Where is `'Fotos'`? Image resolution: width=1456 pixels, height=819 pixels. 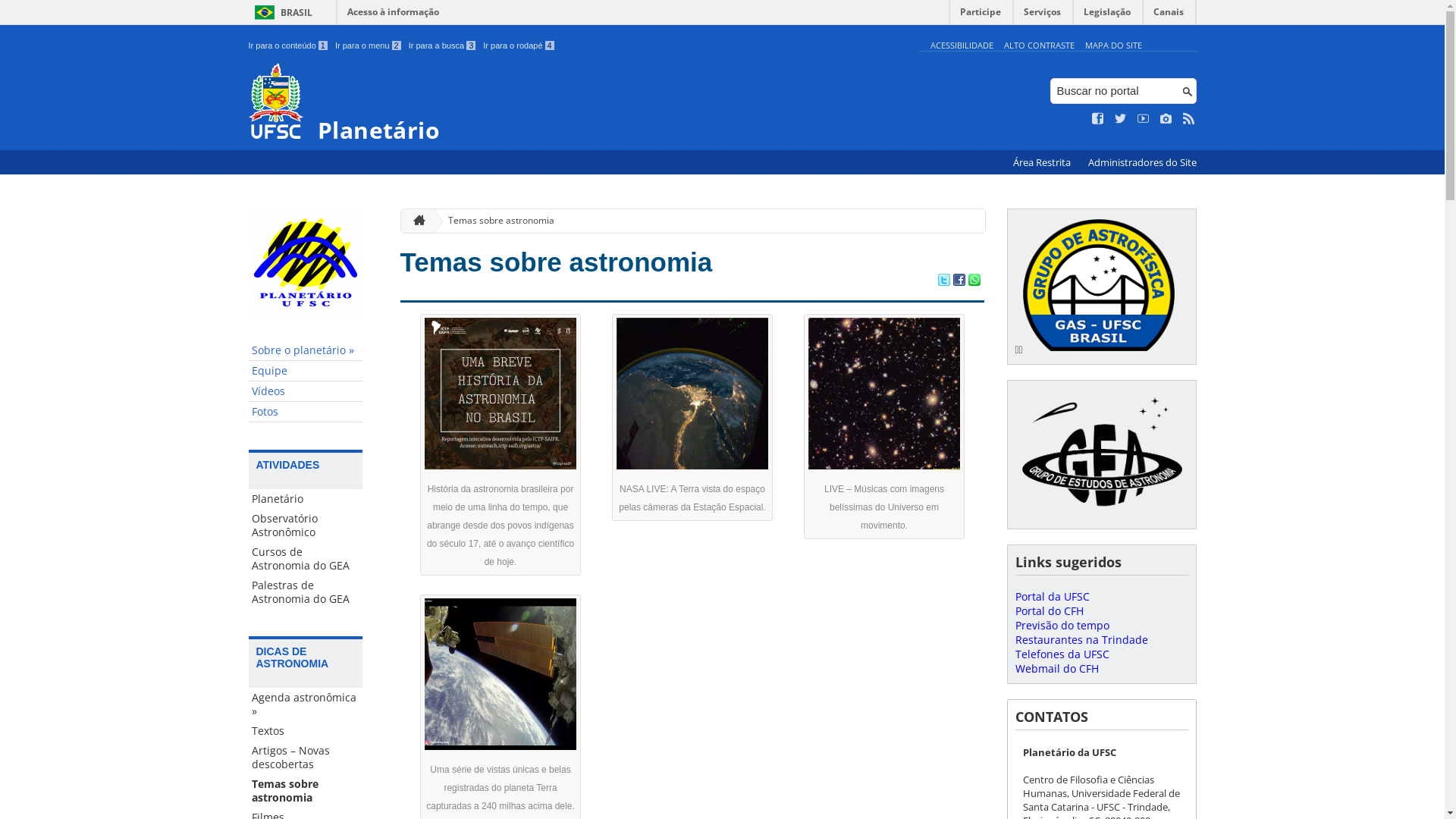 'Fotos' is located at coordinates (305, 412).